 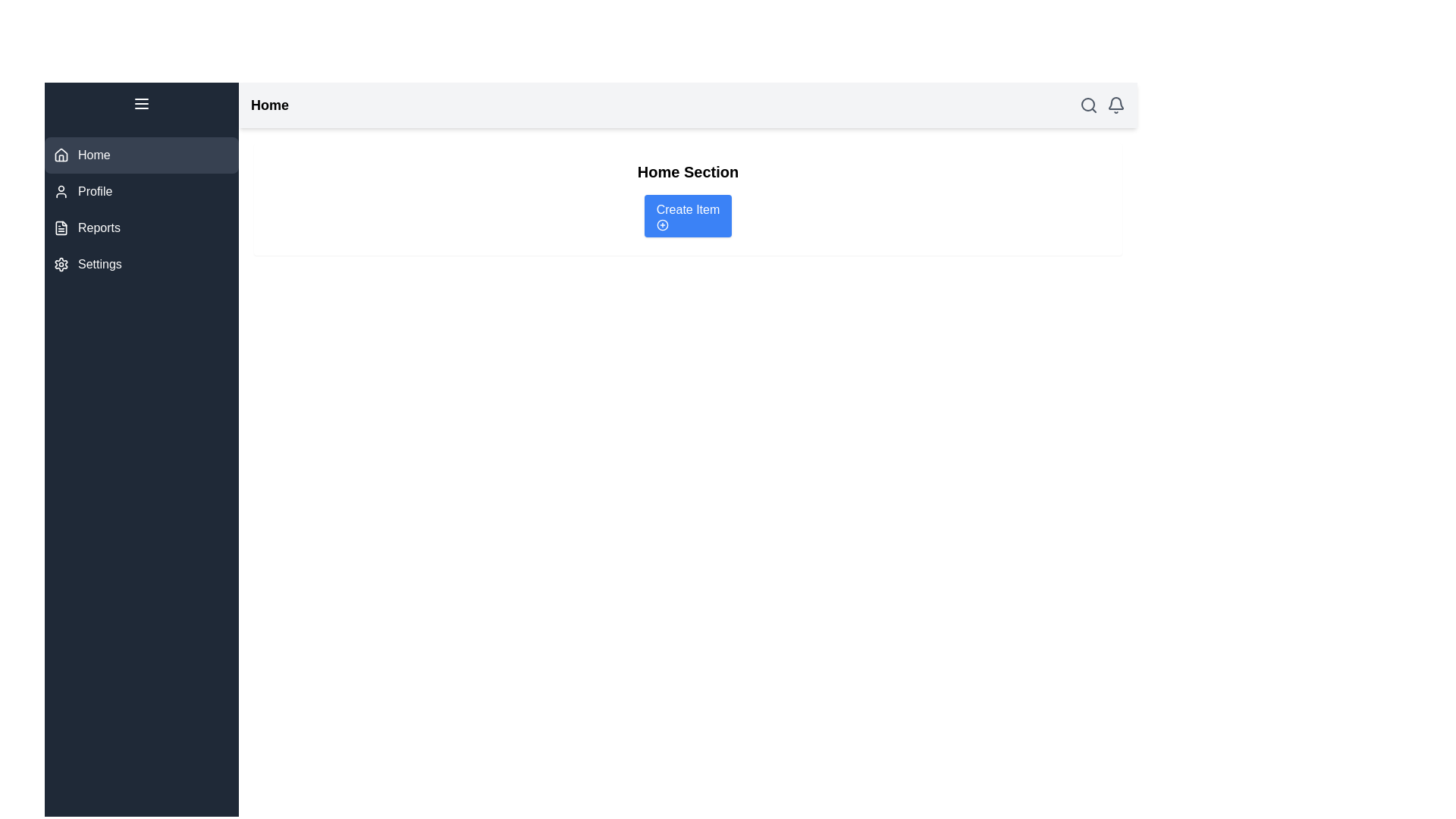 I want to click on the gear/settings icon located at the leftmost position in the 'Settings' menu option within the vertical navigation bar, so click(x=61, y=263).